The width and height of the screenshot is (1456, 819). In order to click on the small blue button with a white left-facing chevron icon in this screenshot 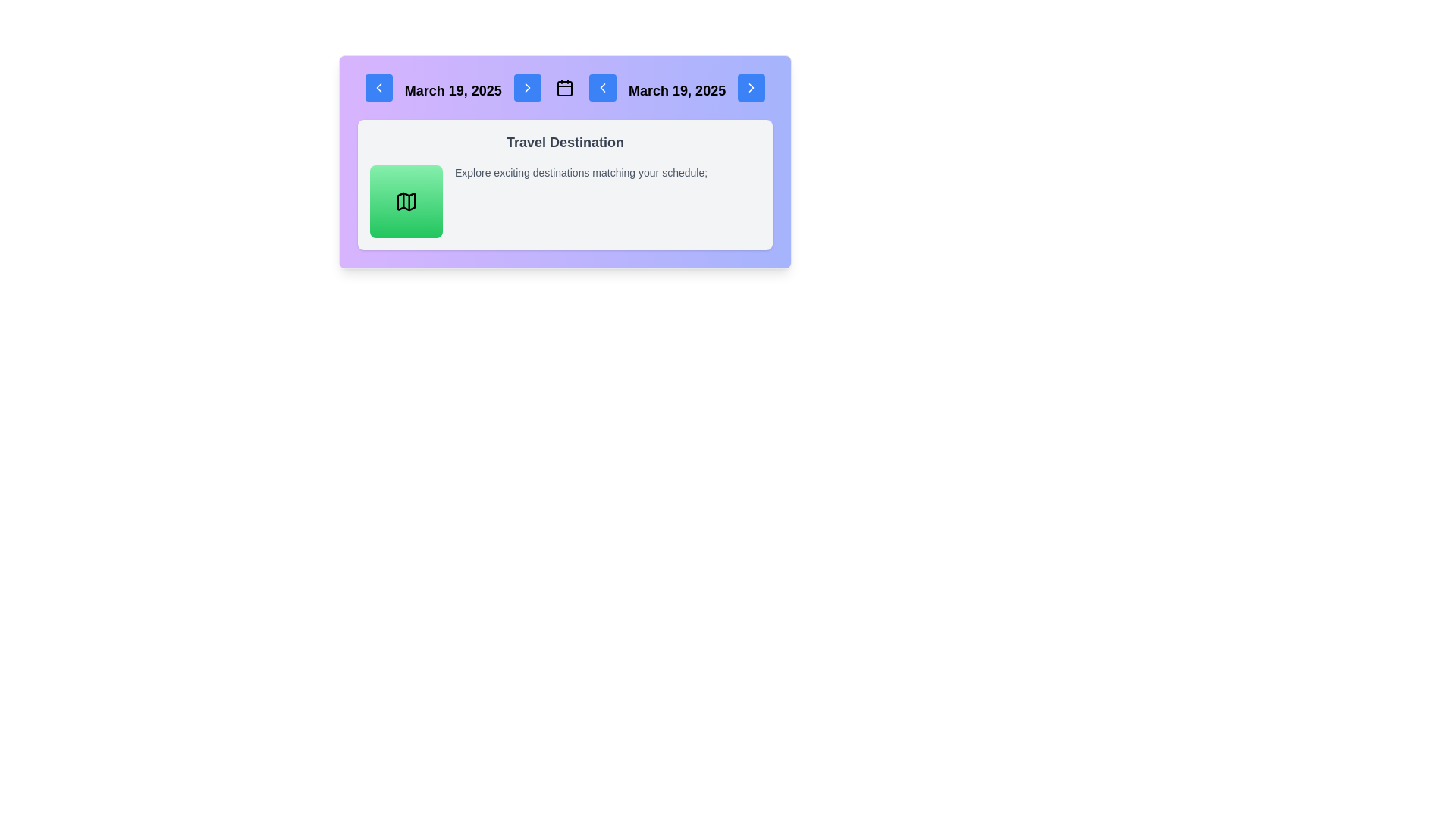, I will do `click(602, 87)`.